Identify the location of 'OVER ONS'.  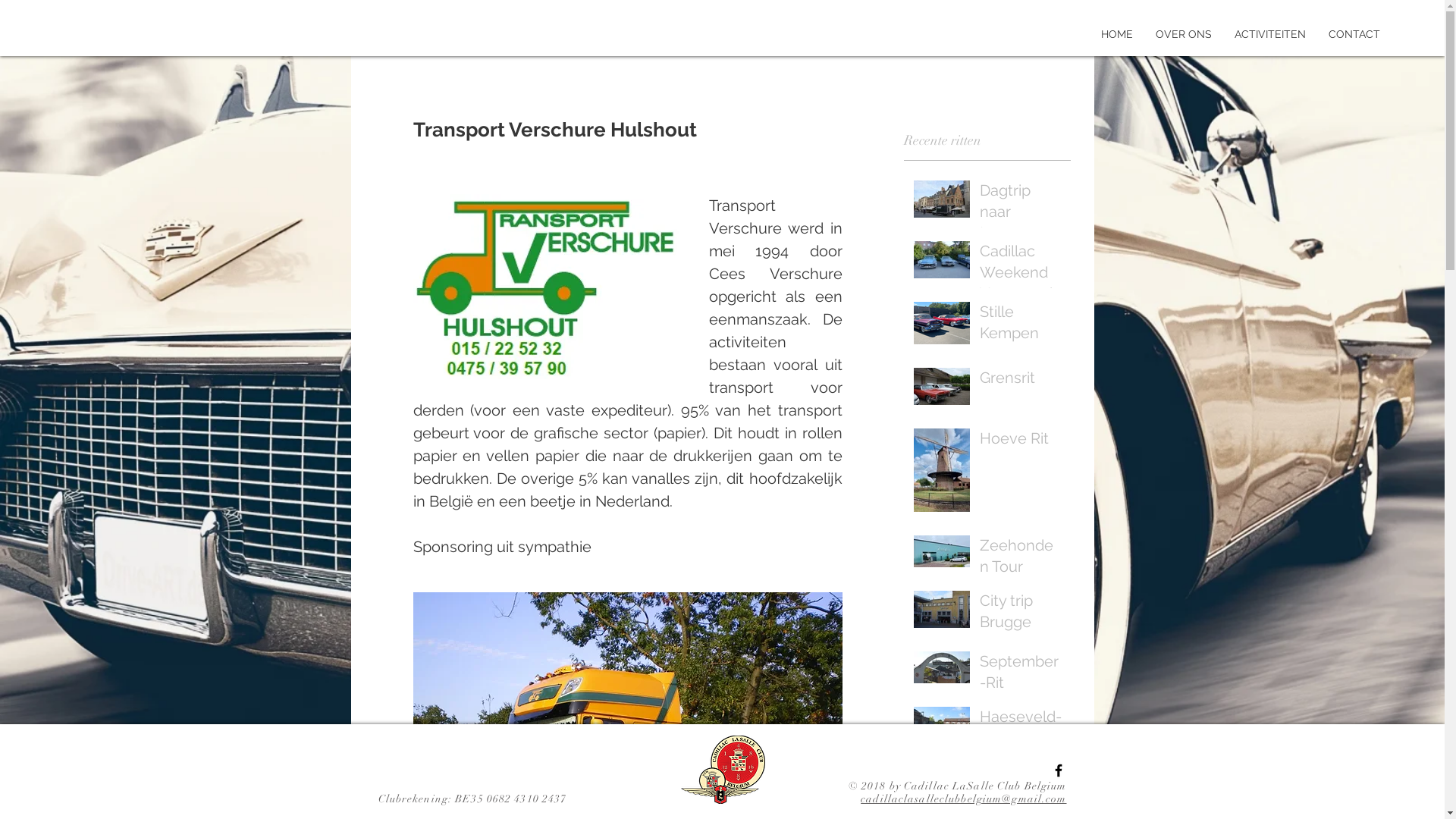
(1144, 34).